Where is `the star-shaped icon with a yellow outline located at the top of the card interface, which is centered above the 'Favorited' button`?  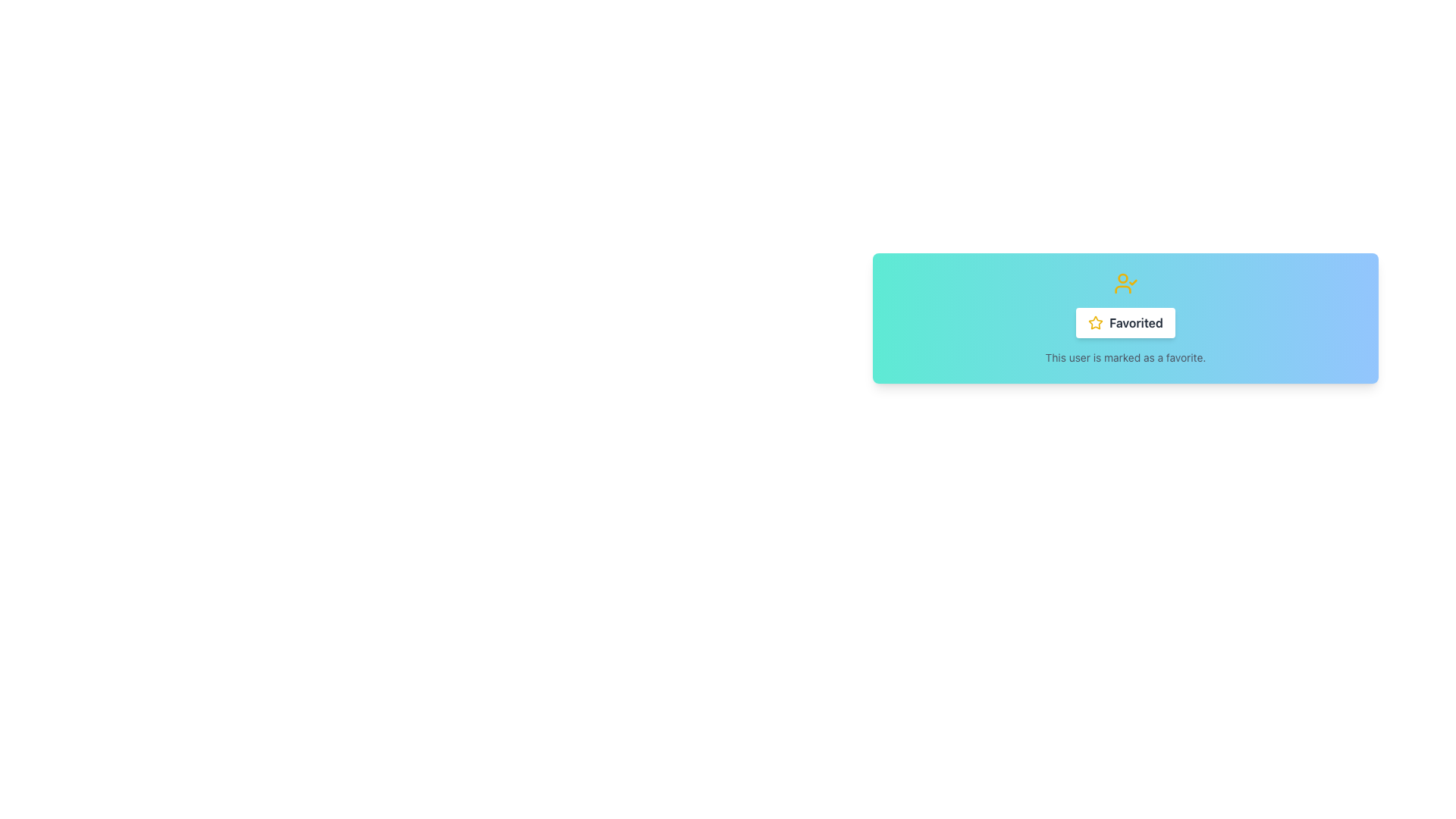
the star-shaped icon with a yellow outline located at the top of the card interface, which is centered above the 'Favorited' button is located at coordinates (1096, 322).